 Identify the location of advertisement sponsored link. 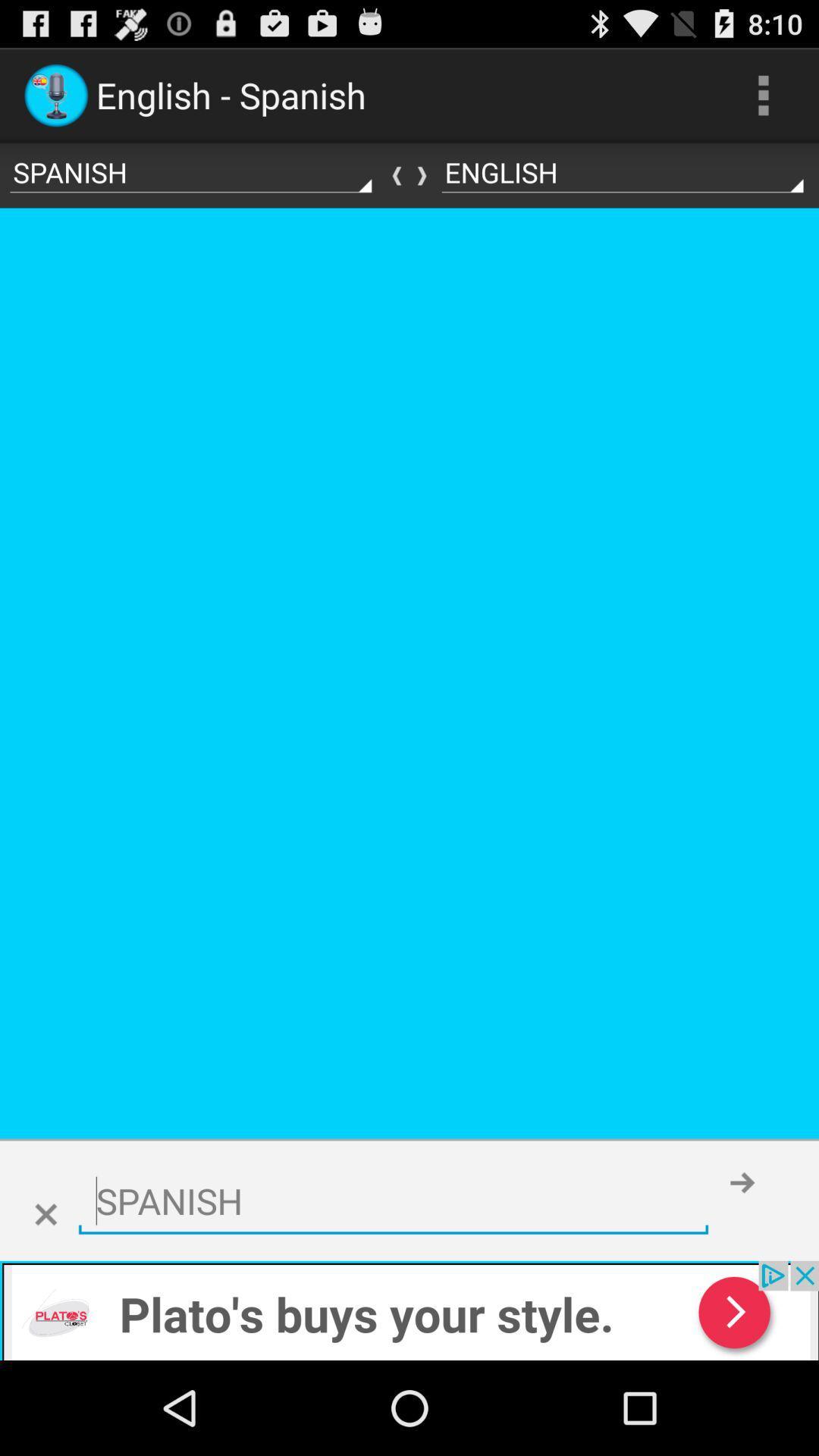
(409, 1310).